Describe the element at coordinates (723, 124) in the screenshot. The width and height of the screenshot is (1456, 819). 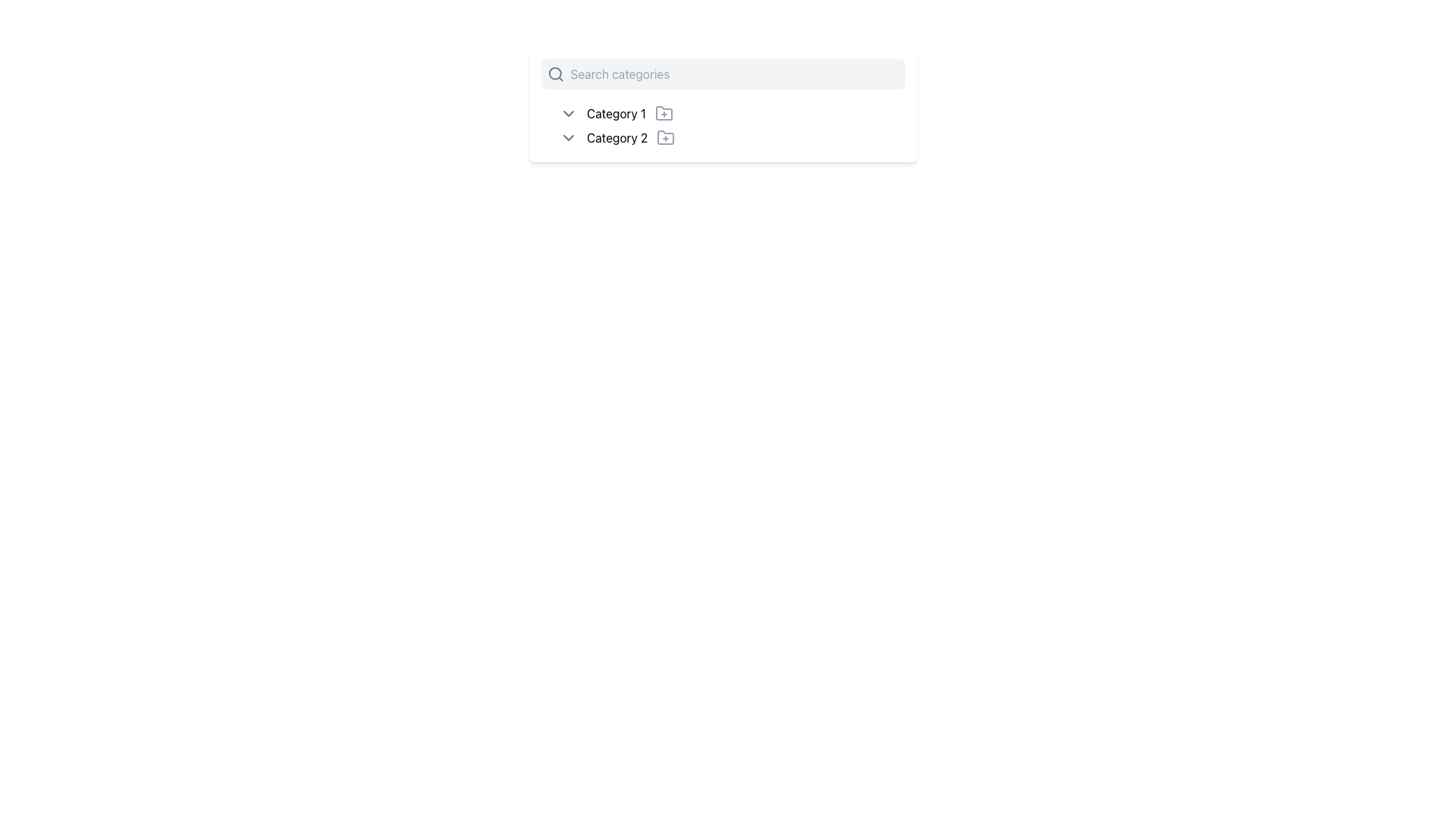
I see `the list item group located centrally below the search bar` at that location.